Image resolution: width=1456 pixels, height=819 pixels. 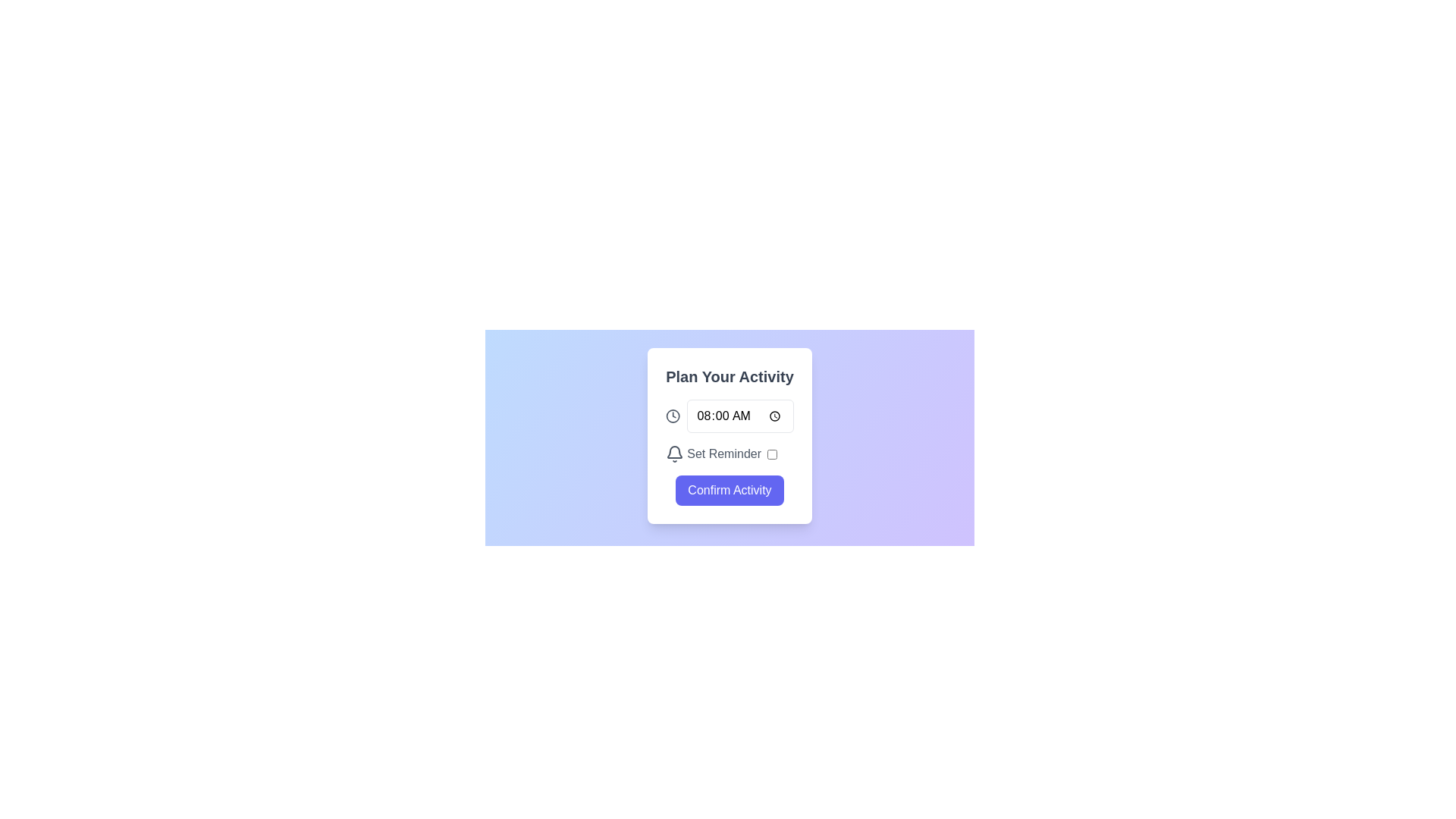 What do you see at coordinates (772, 453) in the screenshot?
I see `the checkbox with a rounded border and white background located to the right of the 'Set Reminder' text` at bounding box center [772, 453].